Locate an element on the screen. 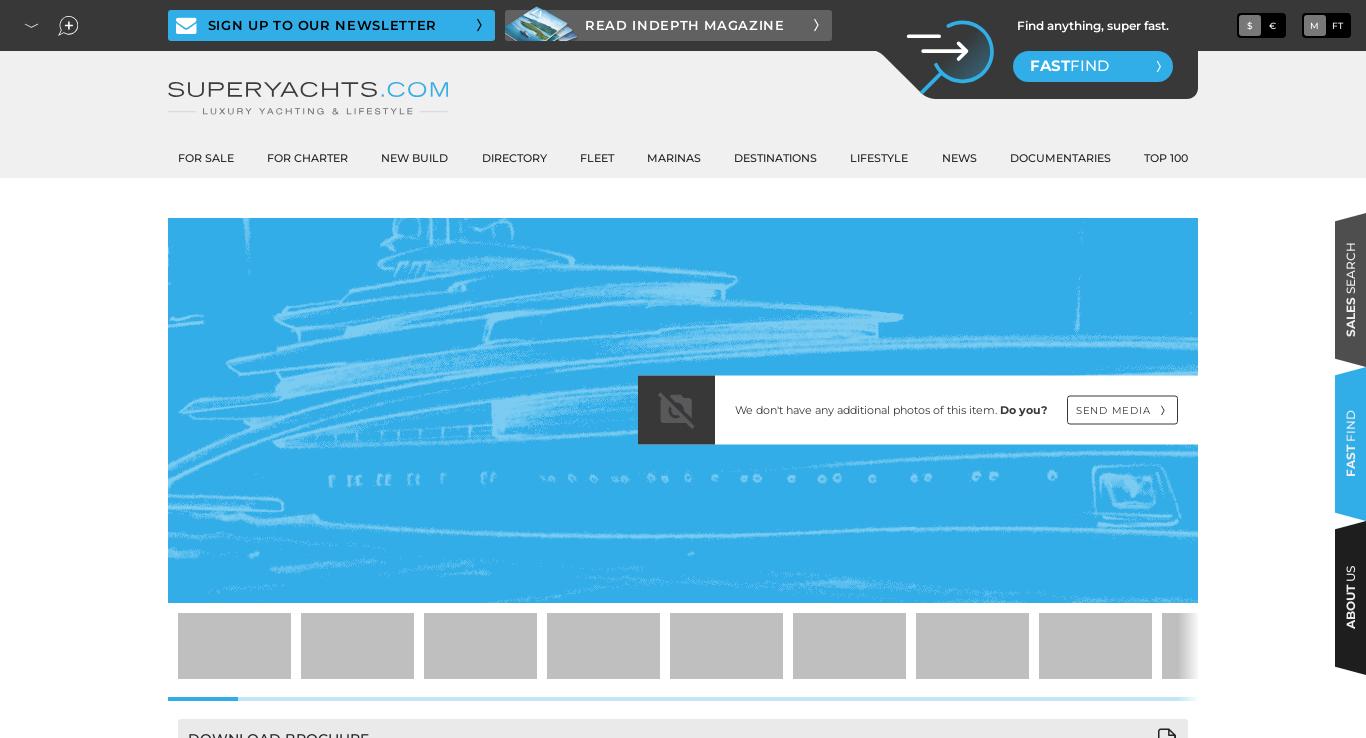  'Design' is located at coordinates (799, 149).